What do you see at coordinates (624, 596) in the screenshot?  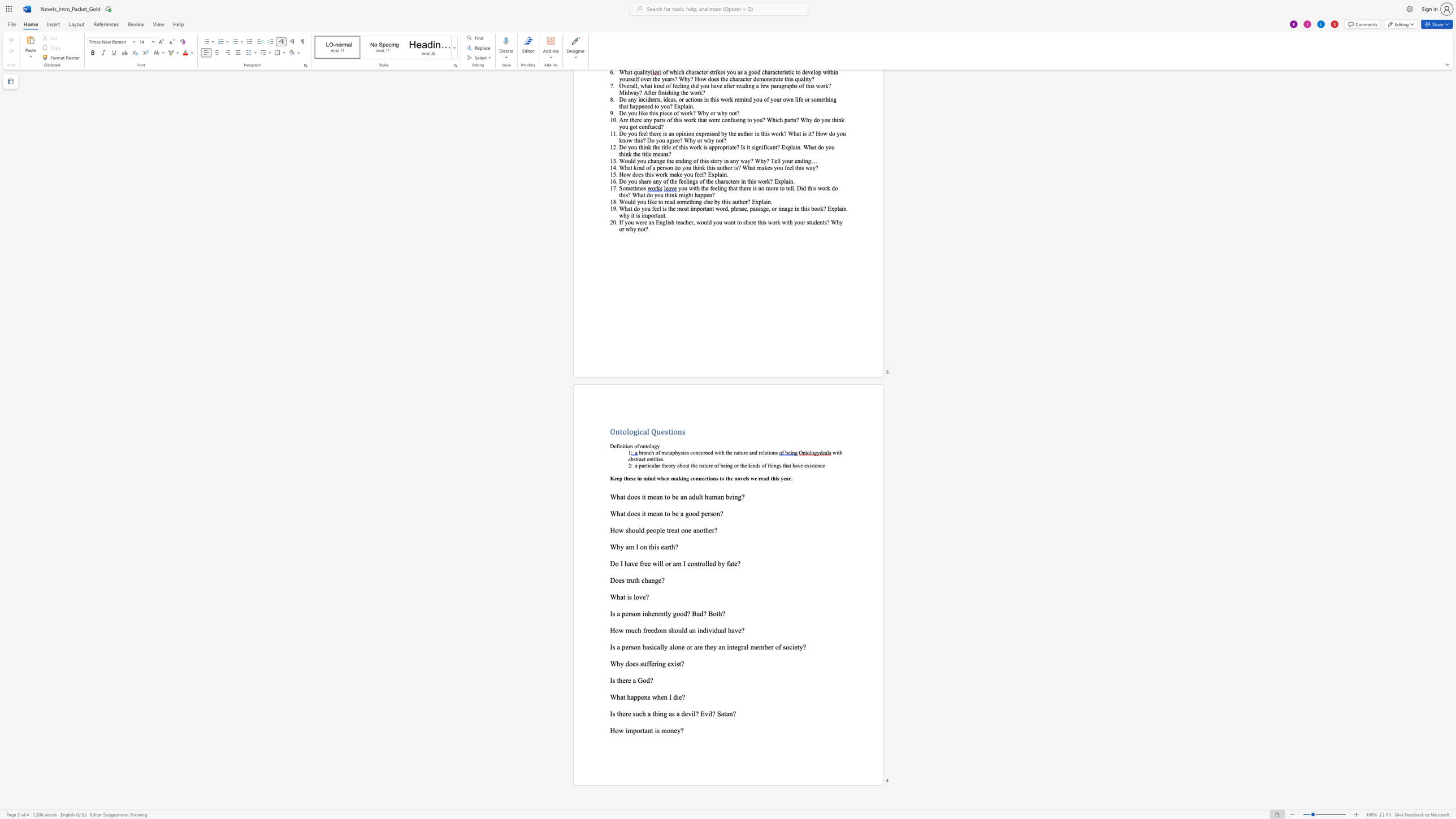 I see `the 1th character "t" in the text` at bounding box center [624, 596].